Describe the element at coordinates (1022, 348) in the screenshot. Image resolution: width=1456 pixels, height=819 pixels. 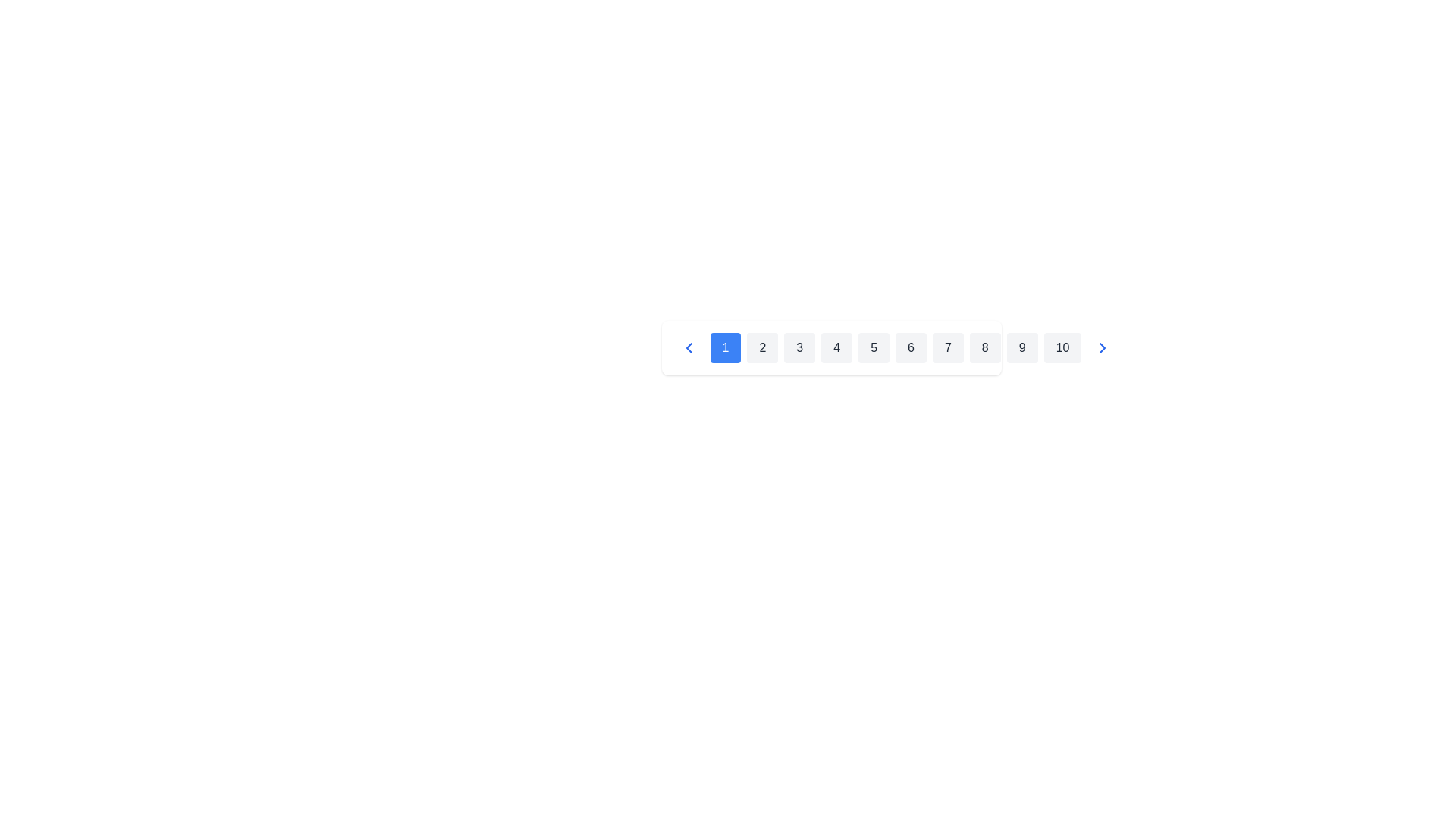
I see `the rounded button with the number '9'` at that location.